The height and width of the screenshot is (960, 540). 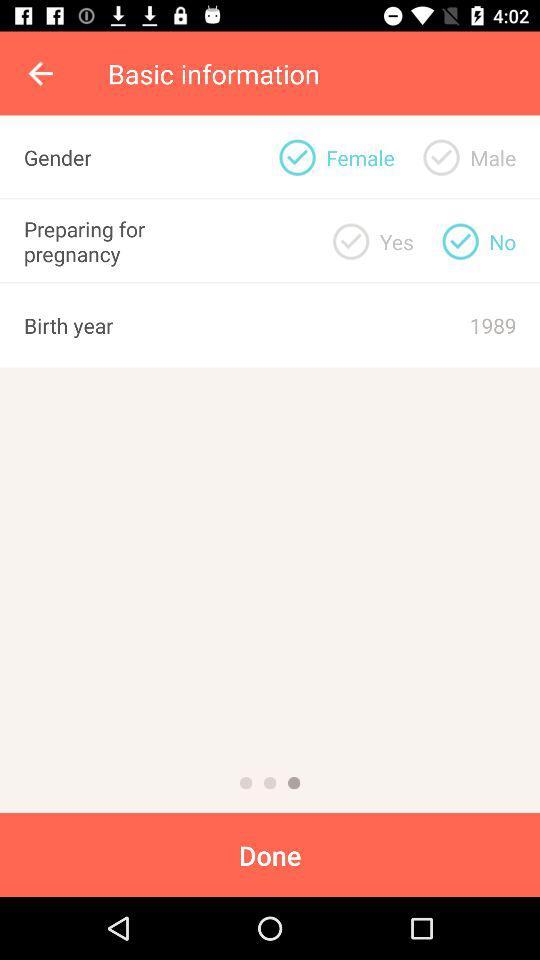 What do you see at coordinates (460, 240) in the screenshot?
I see `the check icon` at bounding box center [460, 240].